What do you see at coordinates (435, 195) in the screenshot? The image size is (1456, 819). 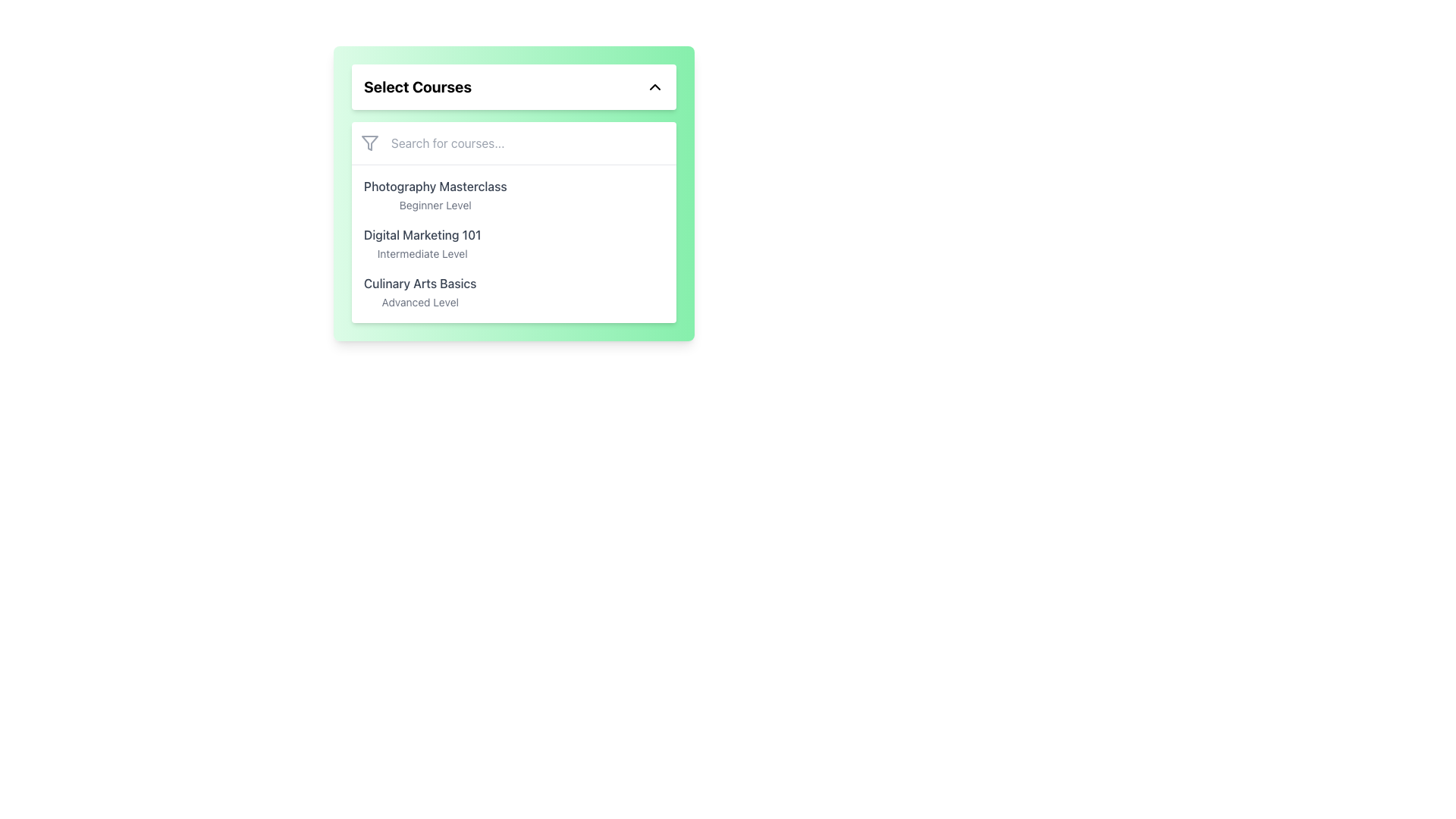 I see `the first item in the dropdown menu displaying the course title and difficulty level` at bounding box center [435, 195].